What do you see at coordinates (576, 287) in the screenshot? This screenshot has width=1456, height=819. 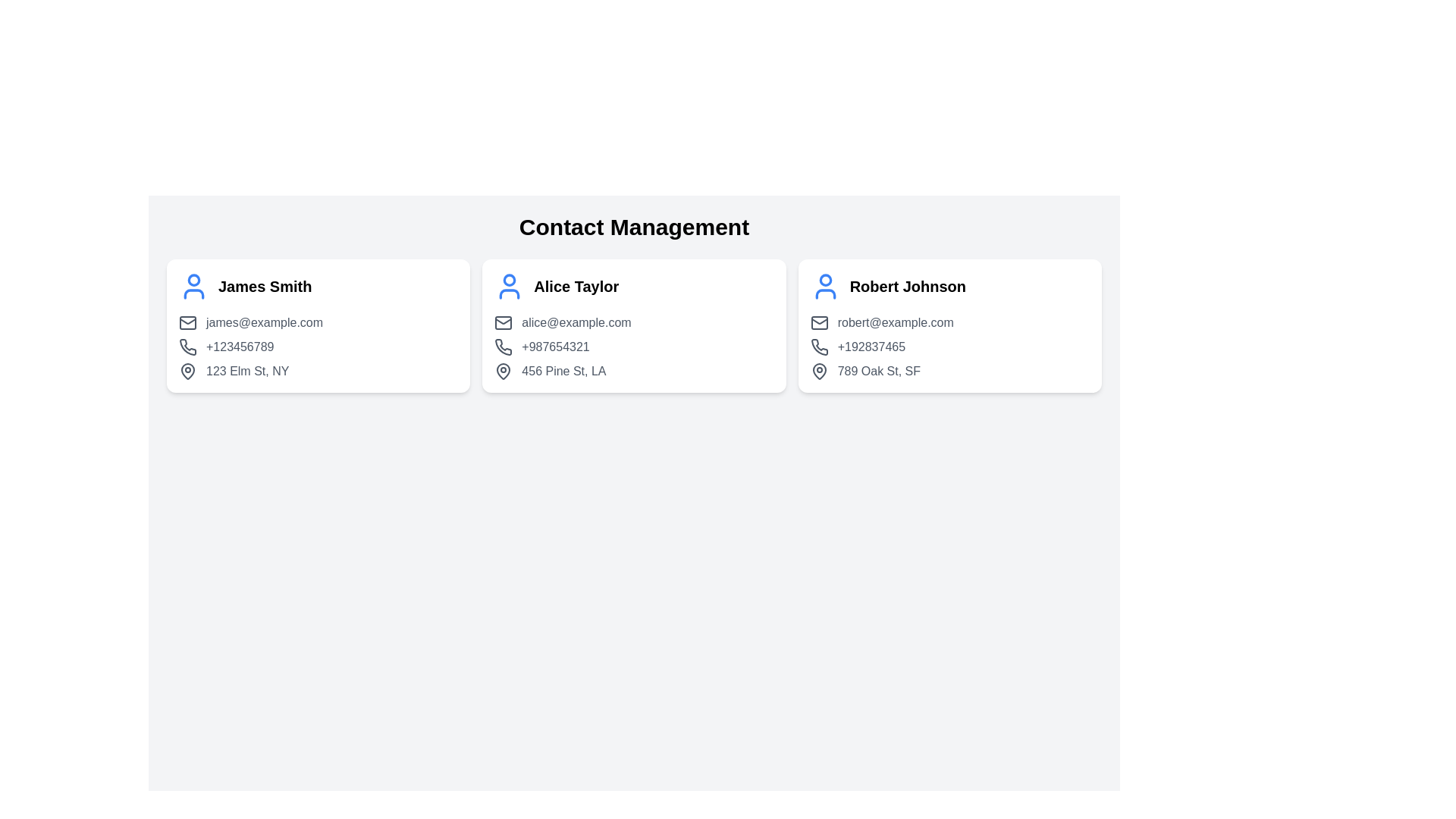 I see `the text label displaying the name 'Alice Taylor,' which is located in the center of the second card in a three-card layout, positioned above the email, phone, and address details` at bounding box center [576, 287].